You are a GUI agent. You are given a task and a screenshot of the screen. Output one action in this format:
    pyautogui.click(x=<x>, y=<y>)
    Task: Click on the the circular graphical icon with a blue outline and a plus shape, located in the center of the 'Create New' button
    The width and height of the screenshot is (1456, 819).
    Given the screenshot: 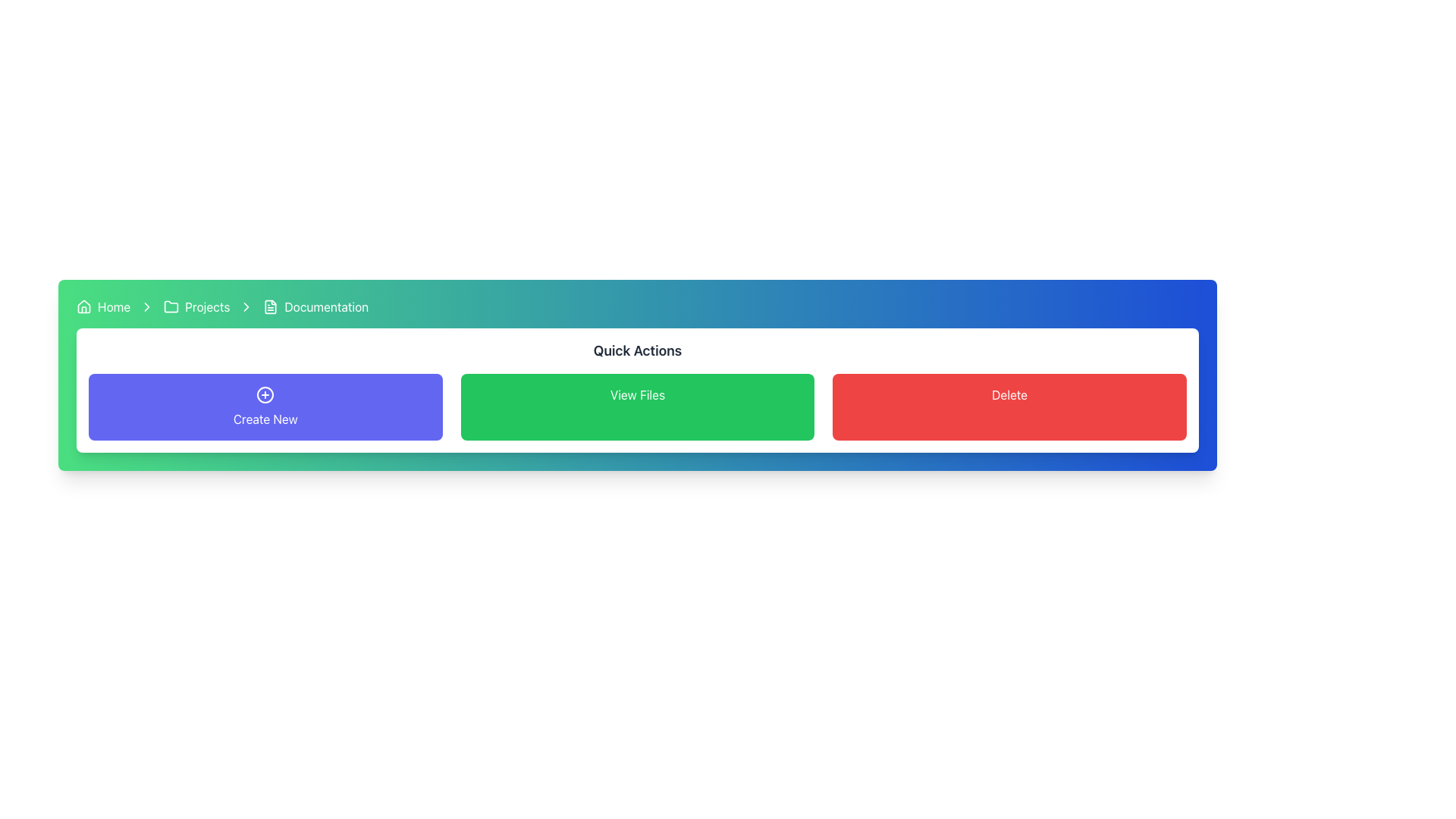 What is the action you would take?
    pyautogui.click(x=265, y=394)
    